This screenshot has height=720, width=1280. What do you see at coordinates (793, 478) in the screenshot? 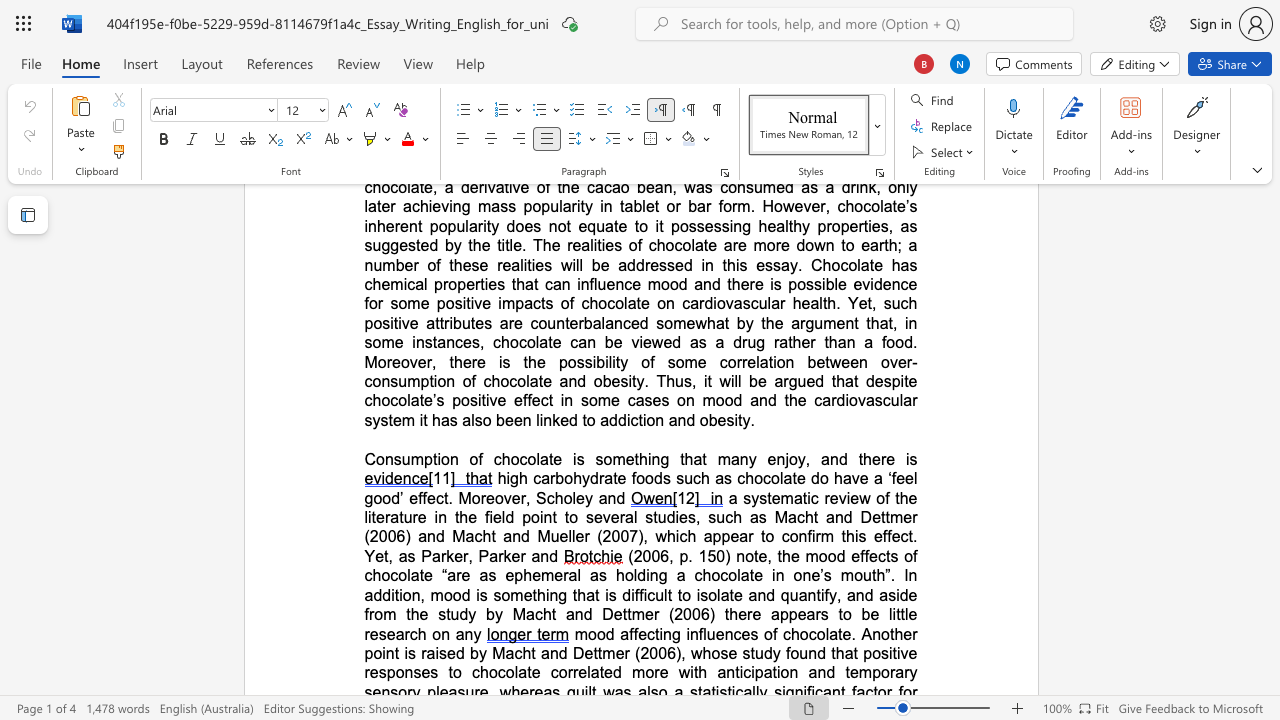
I see `the 2th character "t" in the text` at bounding box center [793, 478].